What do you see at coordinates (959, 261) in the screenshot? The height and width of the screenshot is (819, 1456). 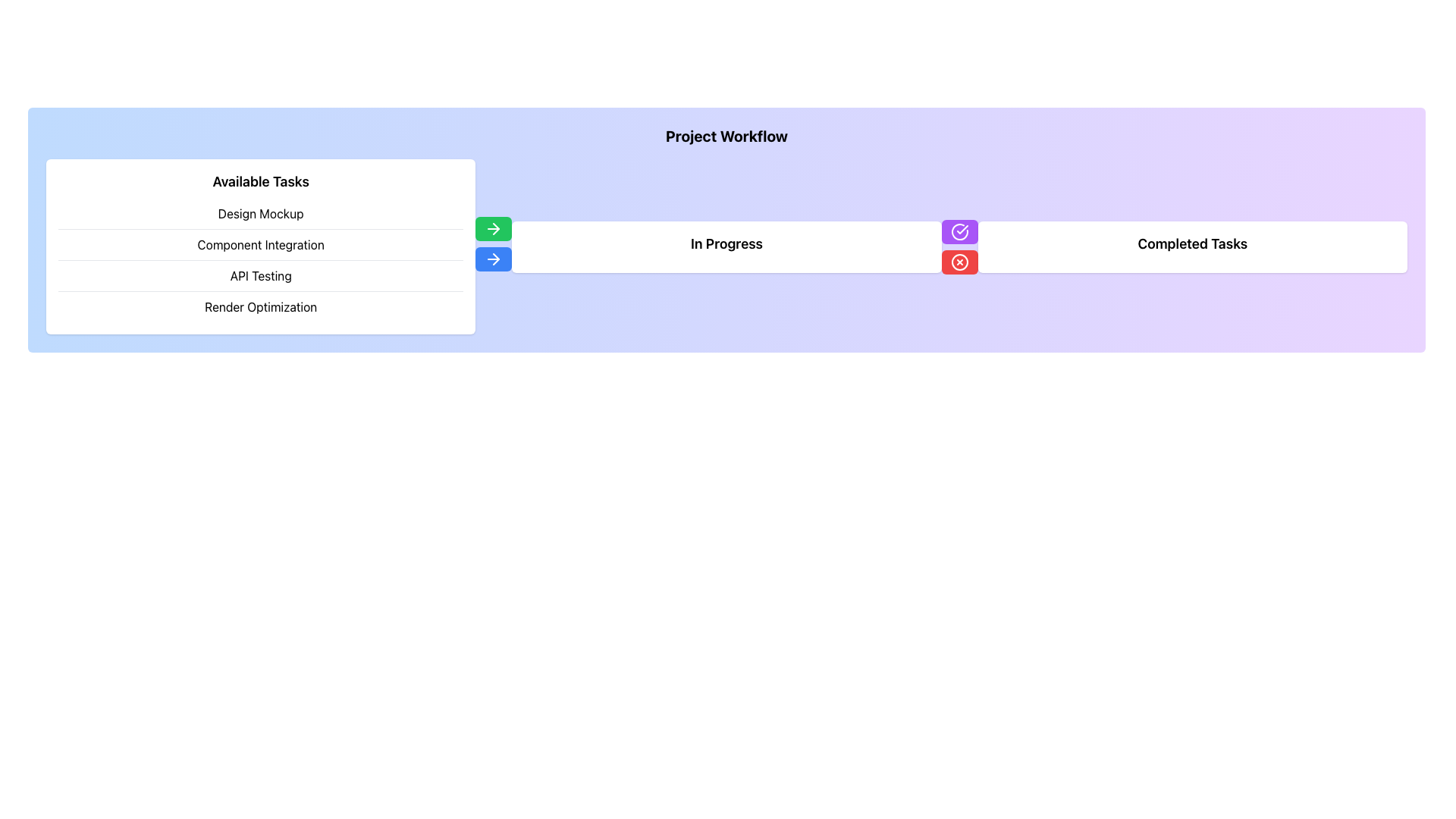 I see `the icon button for deletion, located to the right of the purple edit button in the 'In Progress' column` at bounding box center [959, 261].